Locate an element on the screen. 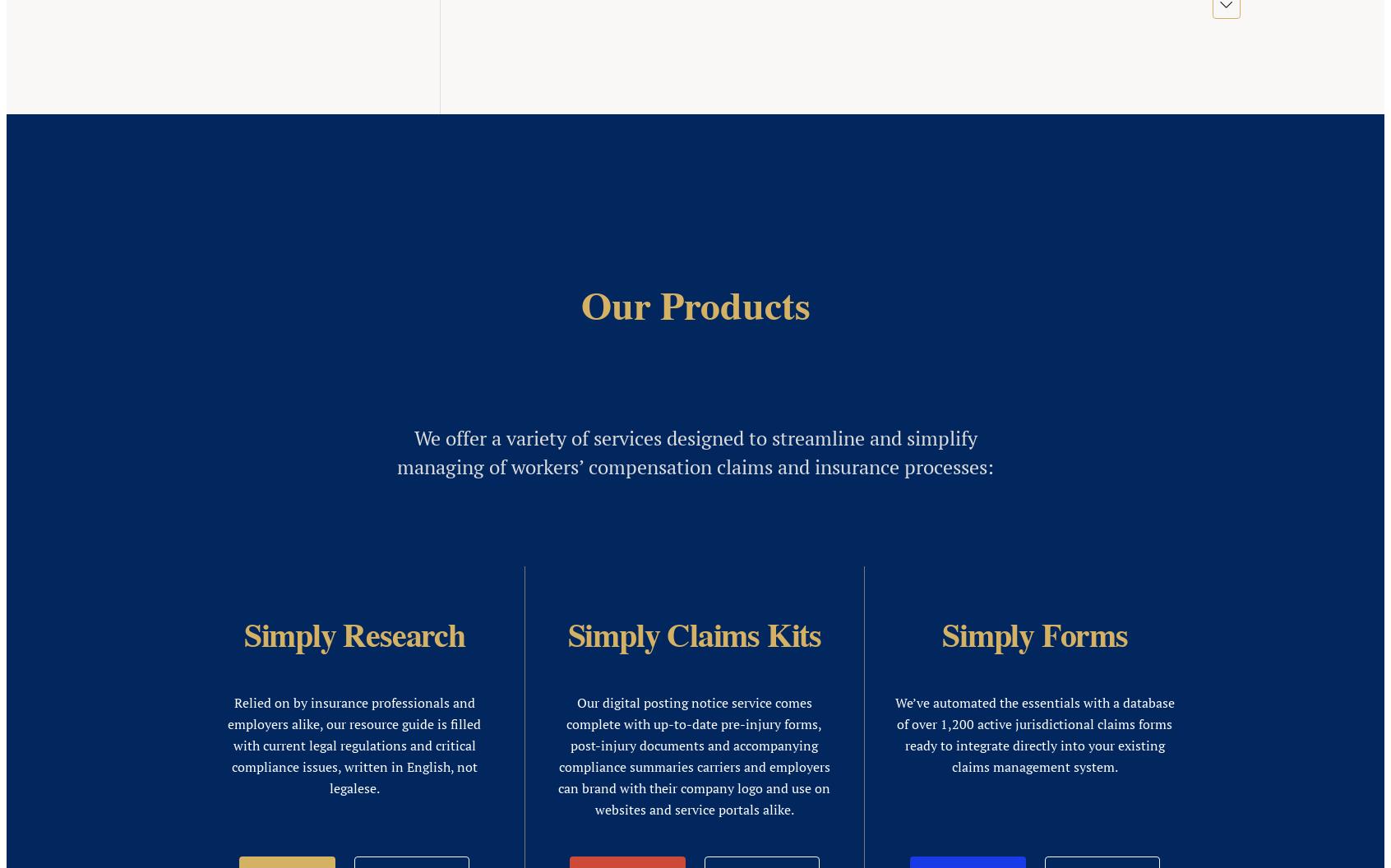  'Submit' is located at coordinates (252, 847).